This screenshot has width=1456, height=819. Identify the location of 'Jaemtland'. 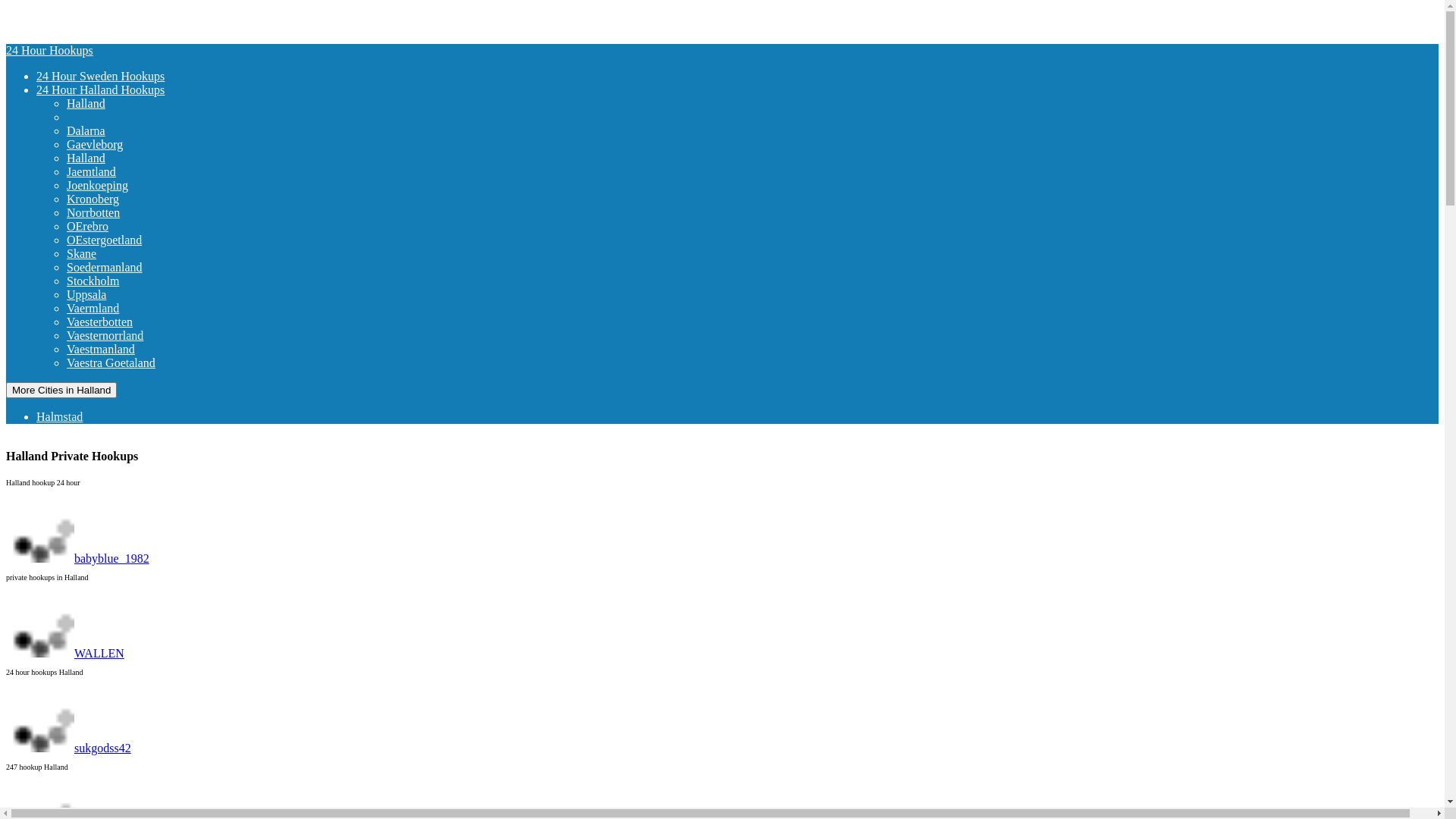
(117, 171).